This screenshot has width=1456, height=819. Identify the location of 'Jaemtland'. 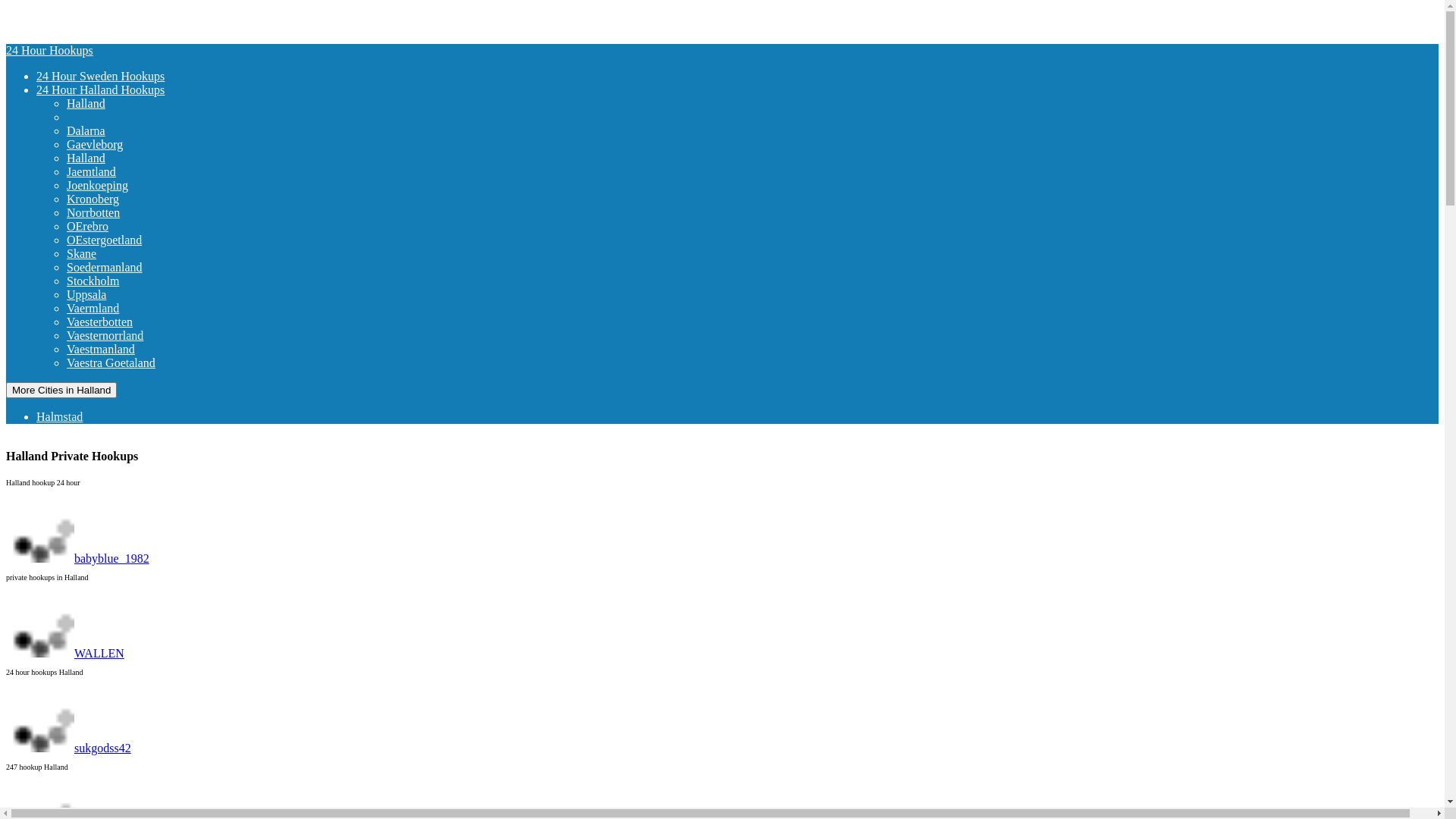
(117, 171).